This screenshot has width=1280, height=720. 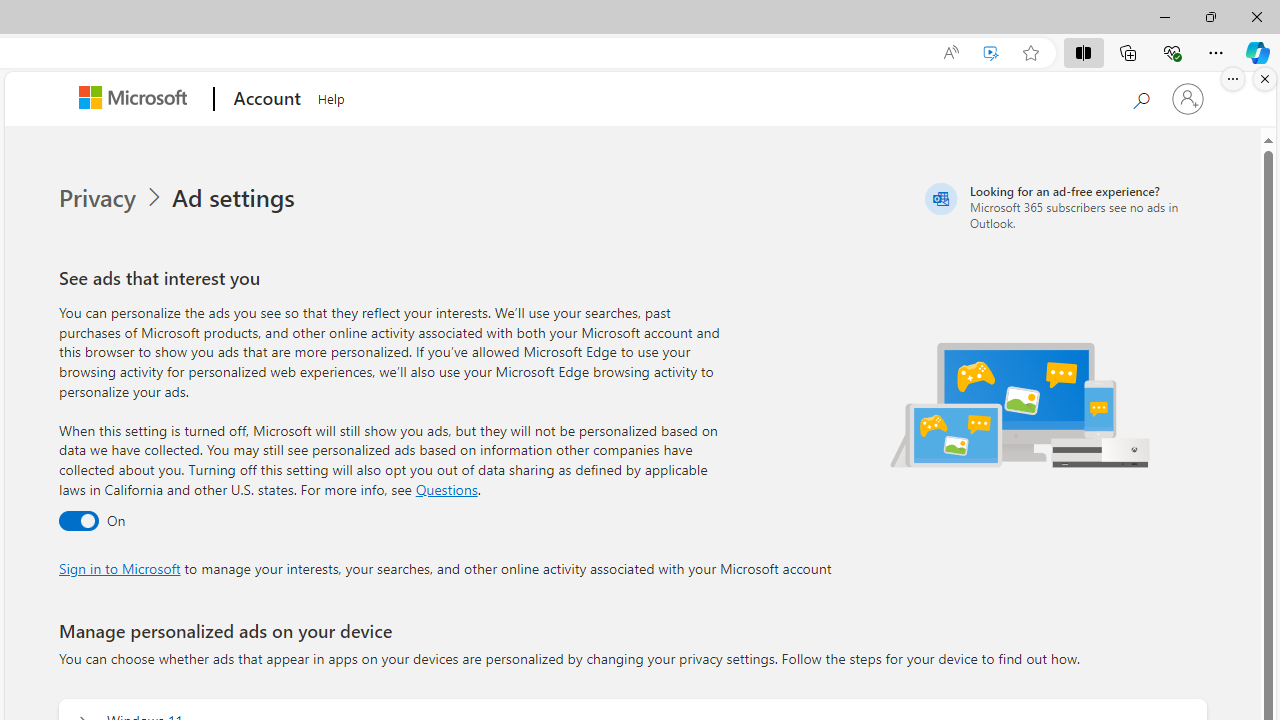 What do you see at coordinates (1188, 99) in the screenshot?
I see `'Sign in to your account'` at bounding box center [1188, 99].